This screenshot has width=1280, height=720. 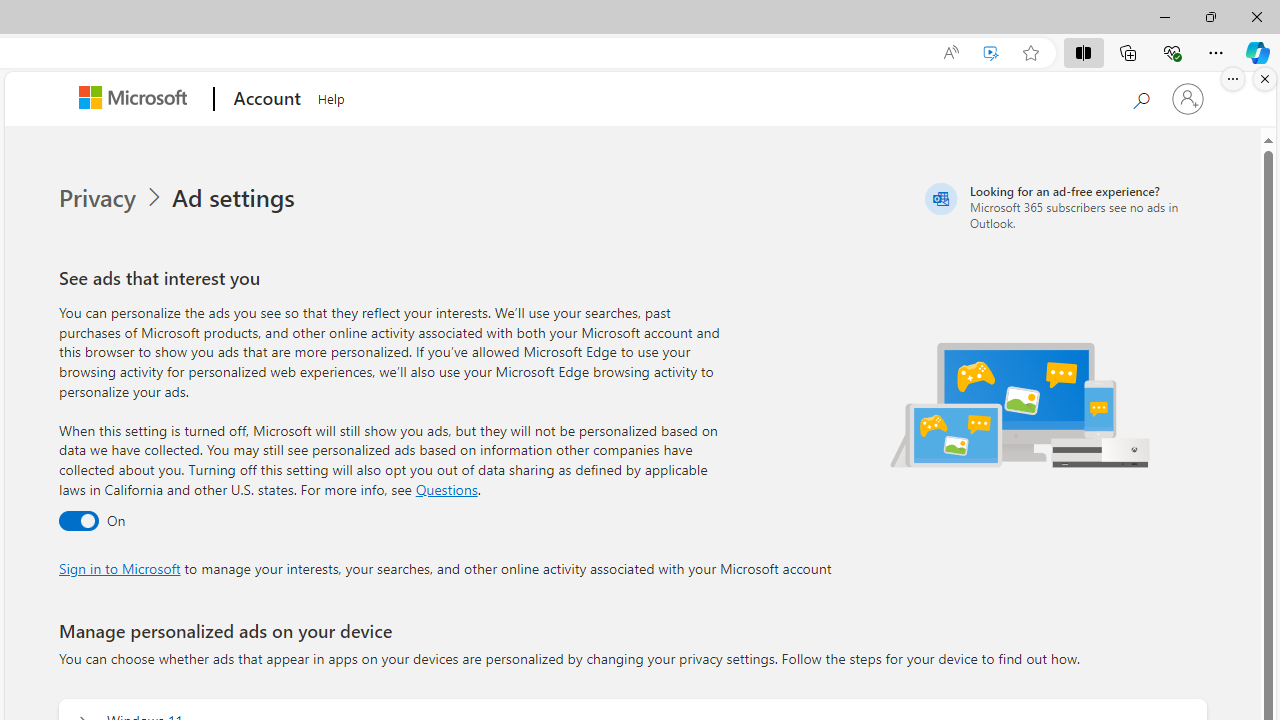 What do you see at coordinates (1188, 99) in the screenshot?
I see `'Sign in to your account'` at bounding box center [1188, 99].